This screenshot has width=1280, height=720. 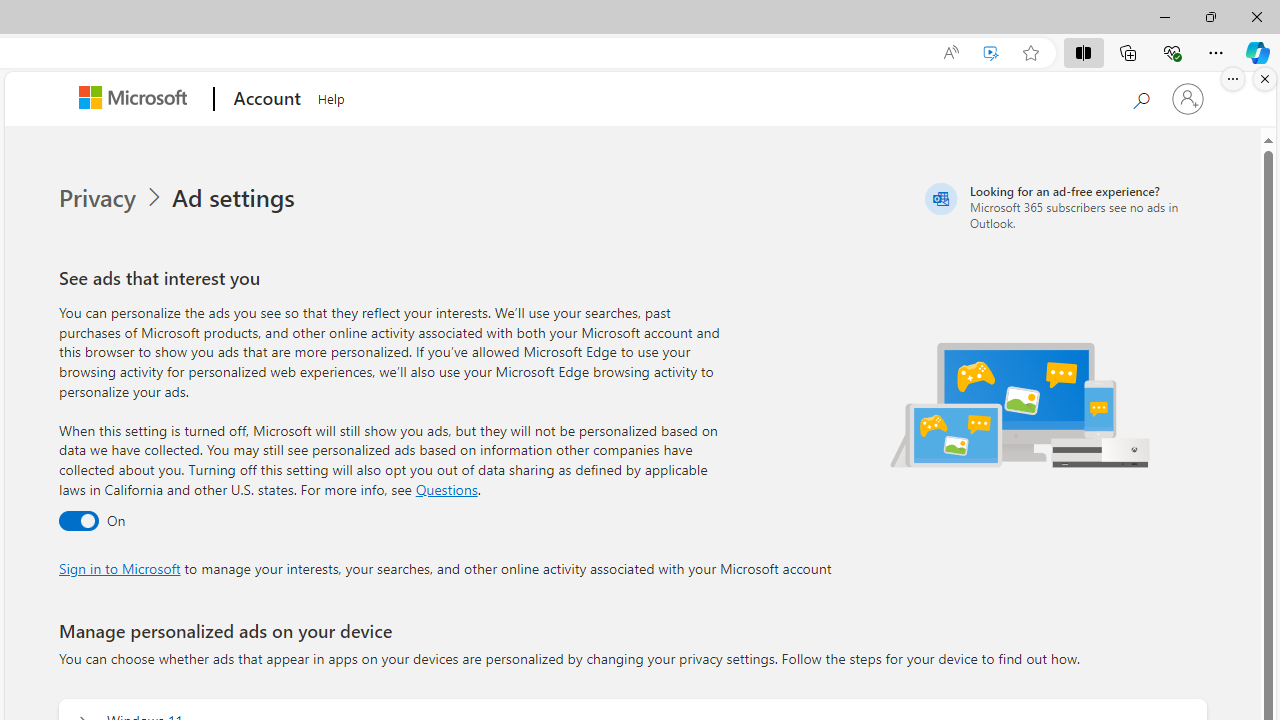 What do you see at coordinates (1188, 99) in the screenshot?
I see `'Sign in to your account'` at bounding box center [1188, 99].